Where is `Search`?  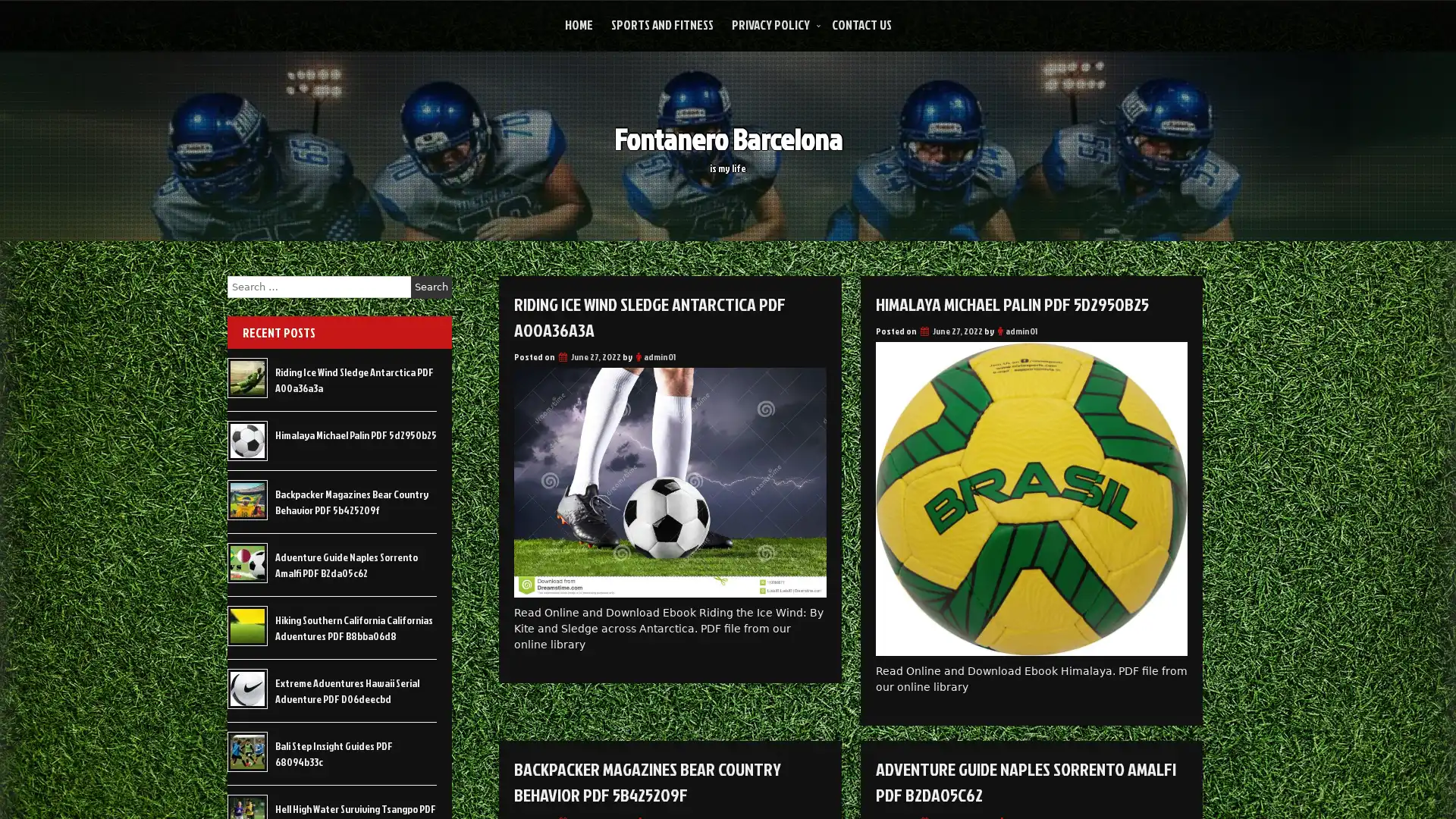
Search is located at coordinates (431, 287).